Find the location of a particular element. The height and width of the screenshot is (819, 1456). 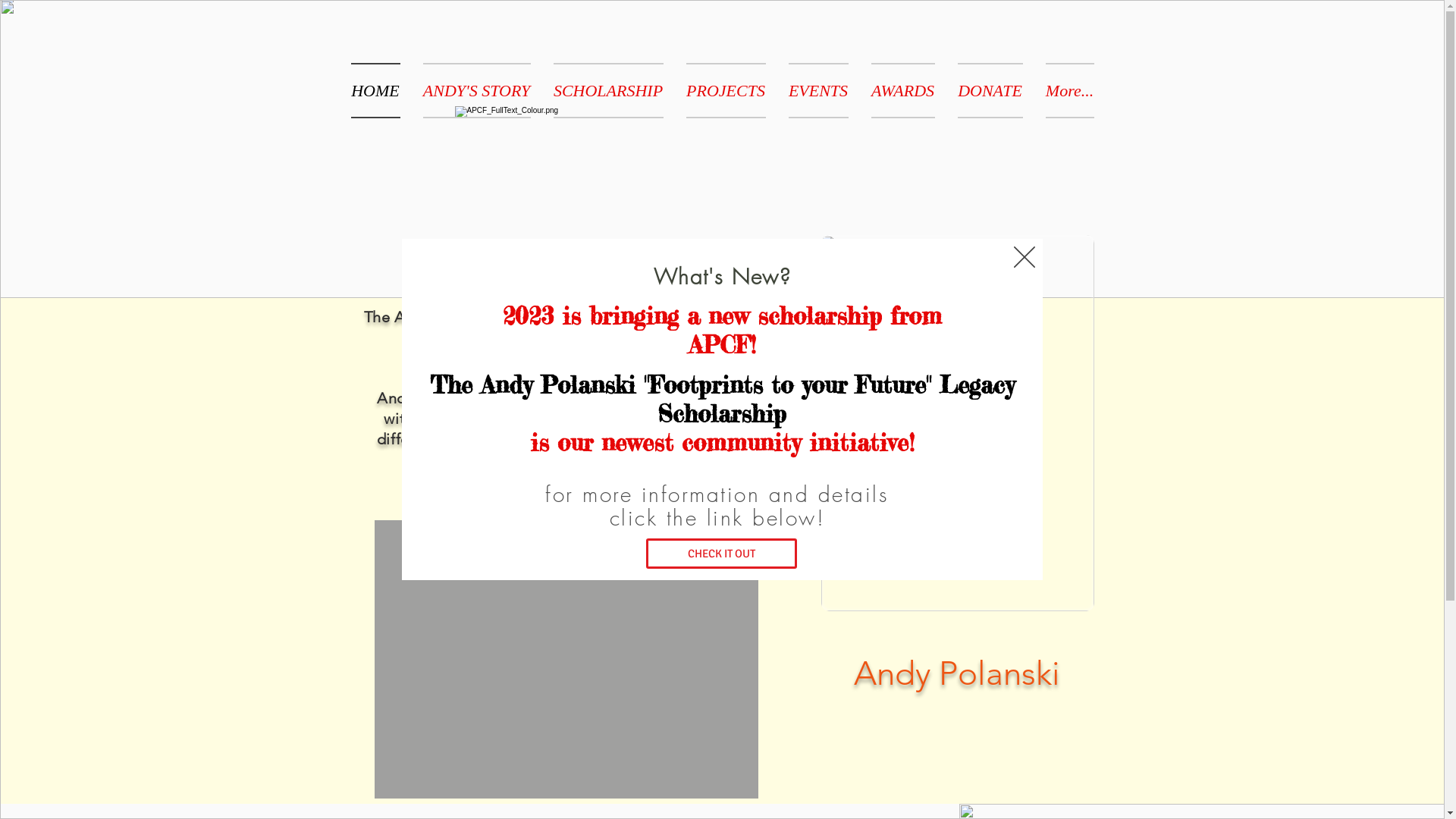

'PROJECTS' is located at coordinates (725, 90).